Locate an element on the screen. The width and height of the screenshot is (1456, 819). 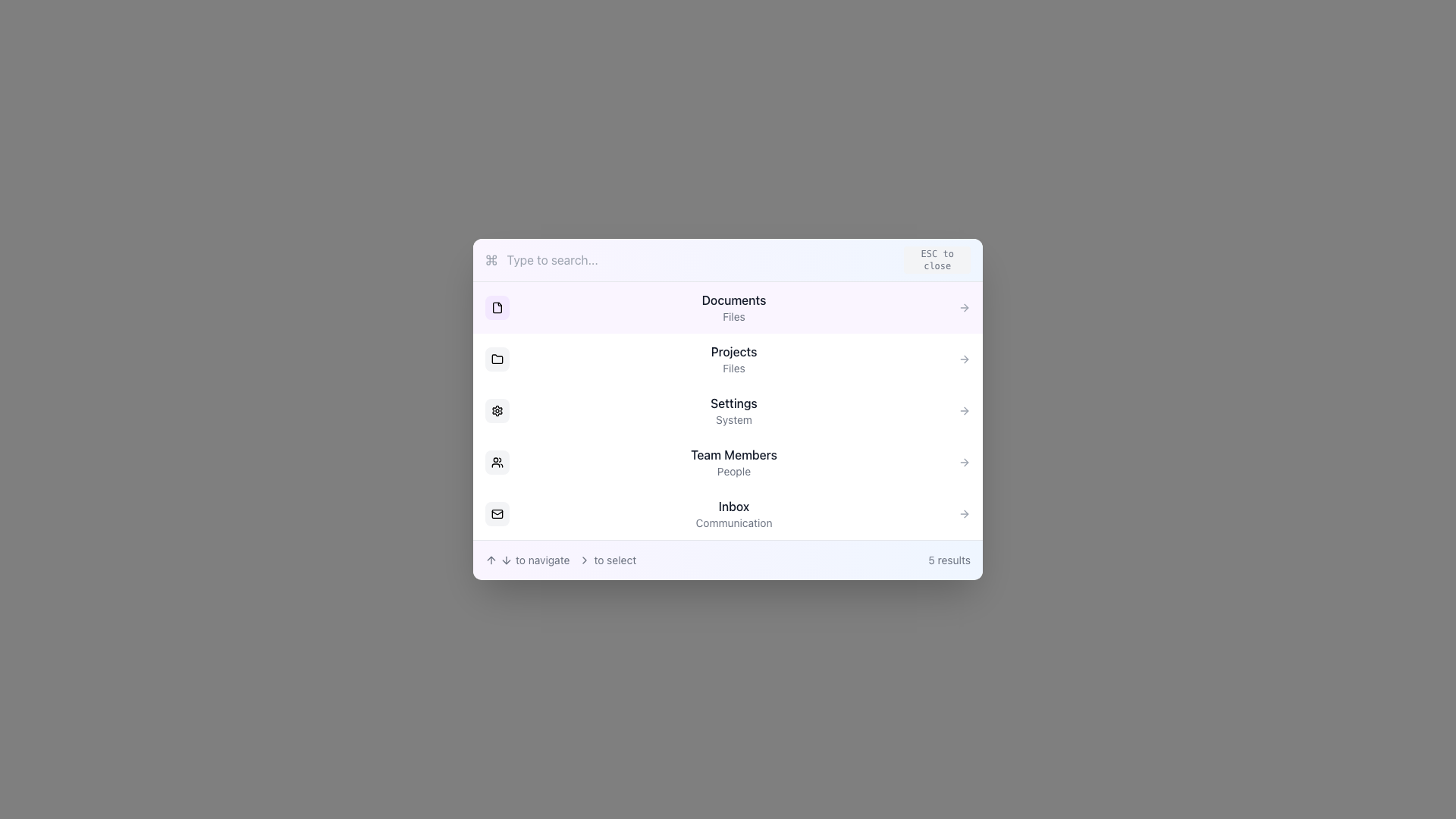
the text label 'Projects' that serves as a subheading for the 'Files' option, located below and centered with the 'Projects' heading is located at coordinates (734, 369).